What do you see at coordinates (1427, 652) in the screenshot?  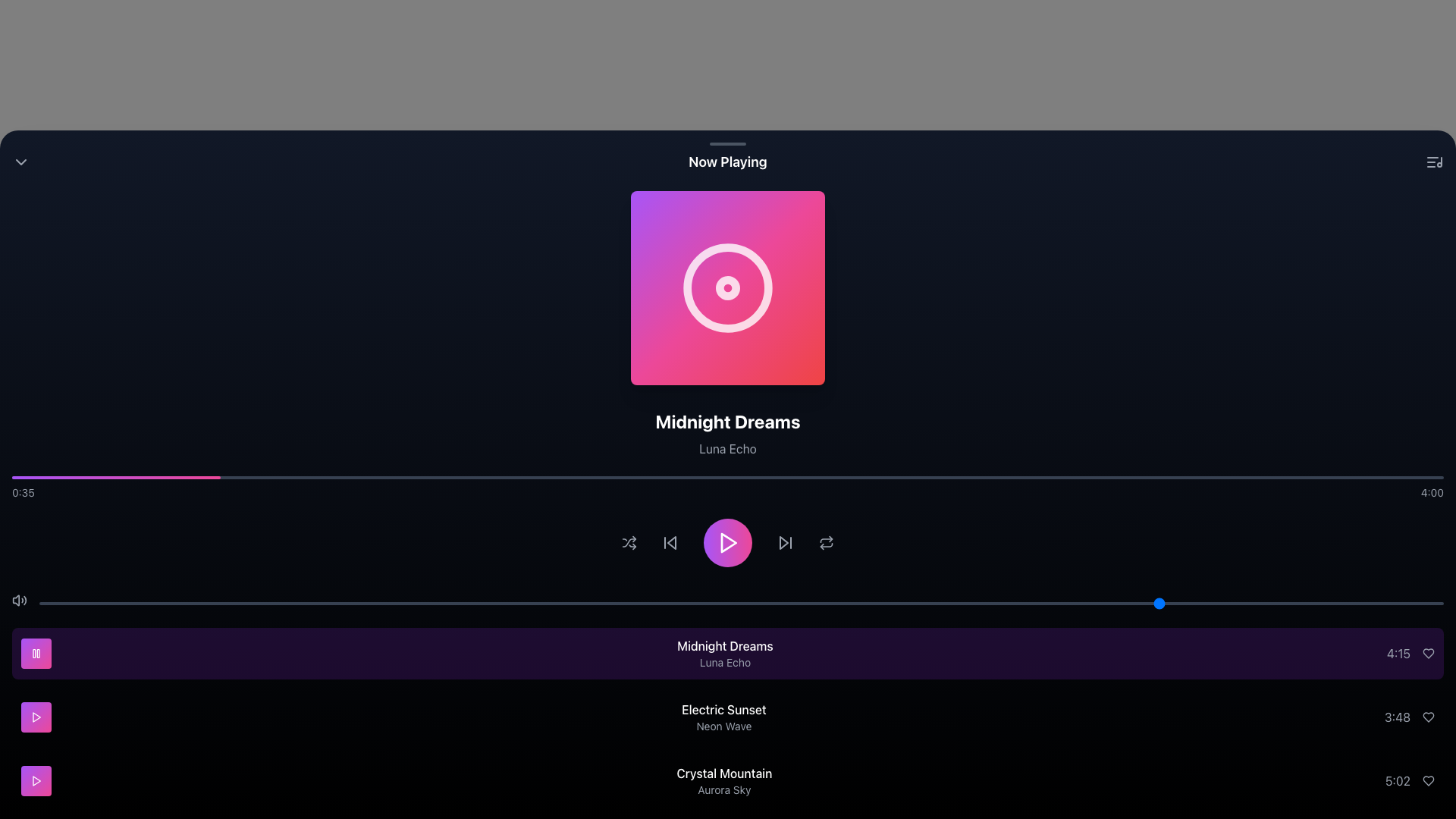 I see `the heart-shaped icon with a stylized outline design, located on the right side of the interface near the duration indicator of a song, in the second row of the list of songs` at bounding box center [1427, 652].